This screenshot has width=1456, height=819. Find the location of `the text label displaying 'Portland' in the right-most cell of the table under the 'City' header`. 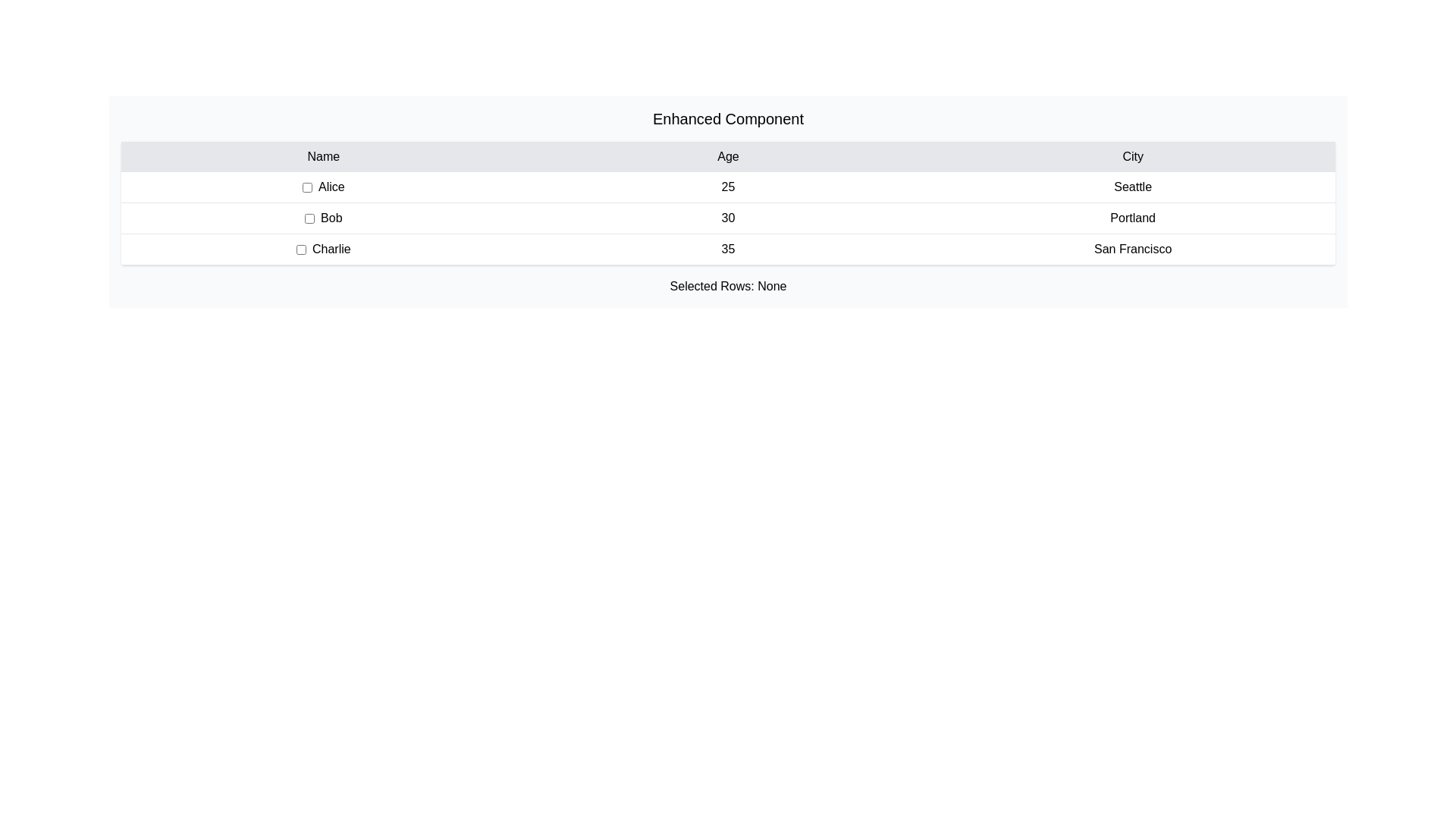

the text label displaying 'Portland' in the right-most cell of the table under the 'City' header is located at coordinates (1133, 218).